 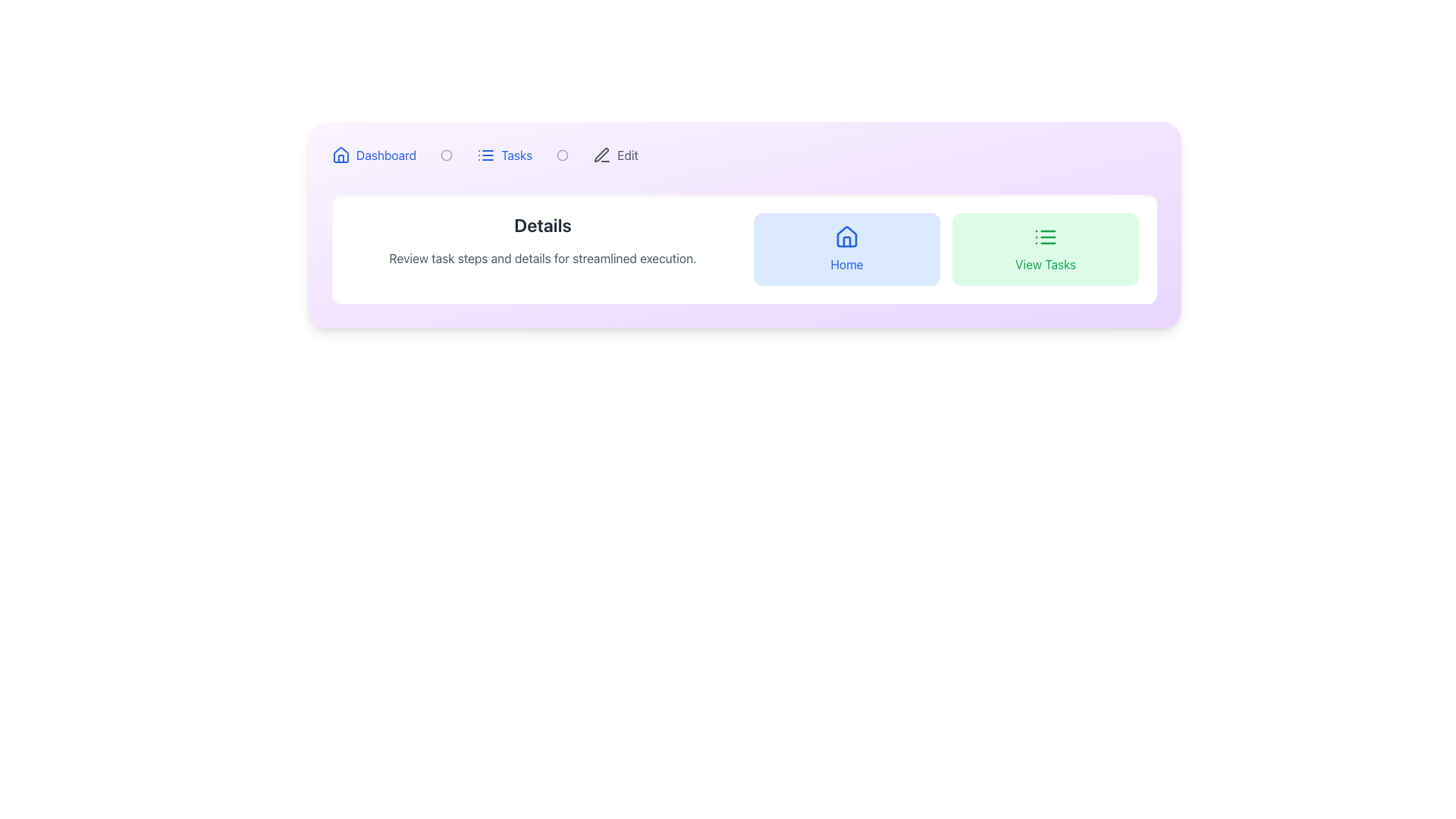 What do you see at coordinates (542, 257) in the screenshot?
I see `the static text element providing information or instructions related to the 'Details' section, located below the 'Details' title` at bounding box center [542, 257].